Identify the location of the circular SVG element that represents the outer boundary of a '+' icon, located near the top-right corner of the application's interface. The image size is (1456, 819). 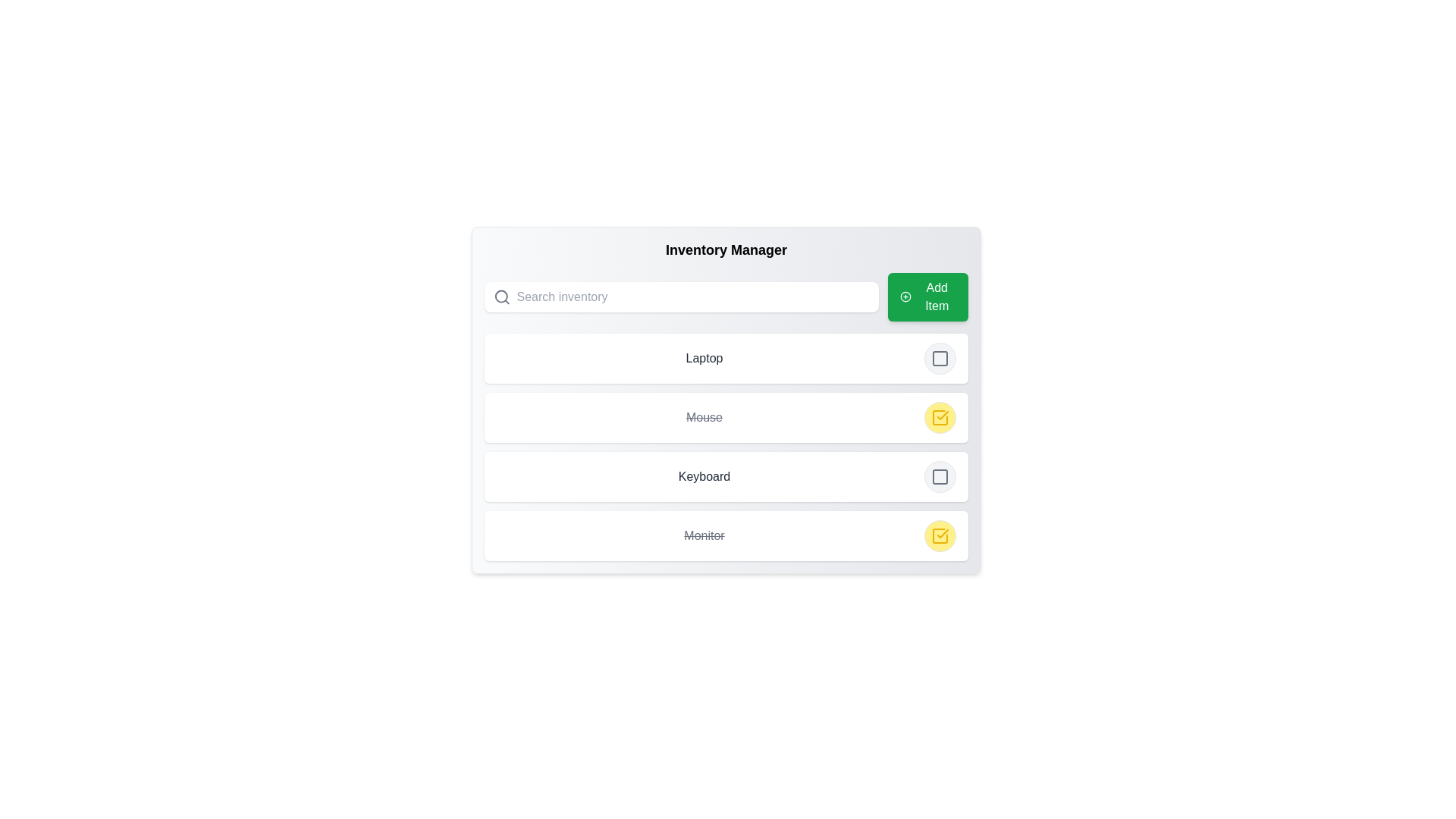
(905, 297).